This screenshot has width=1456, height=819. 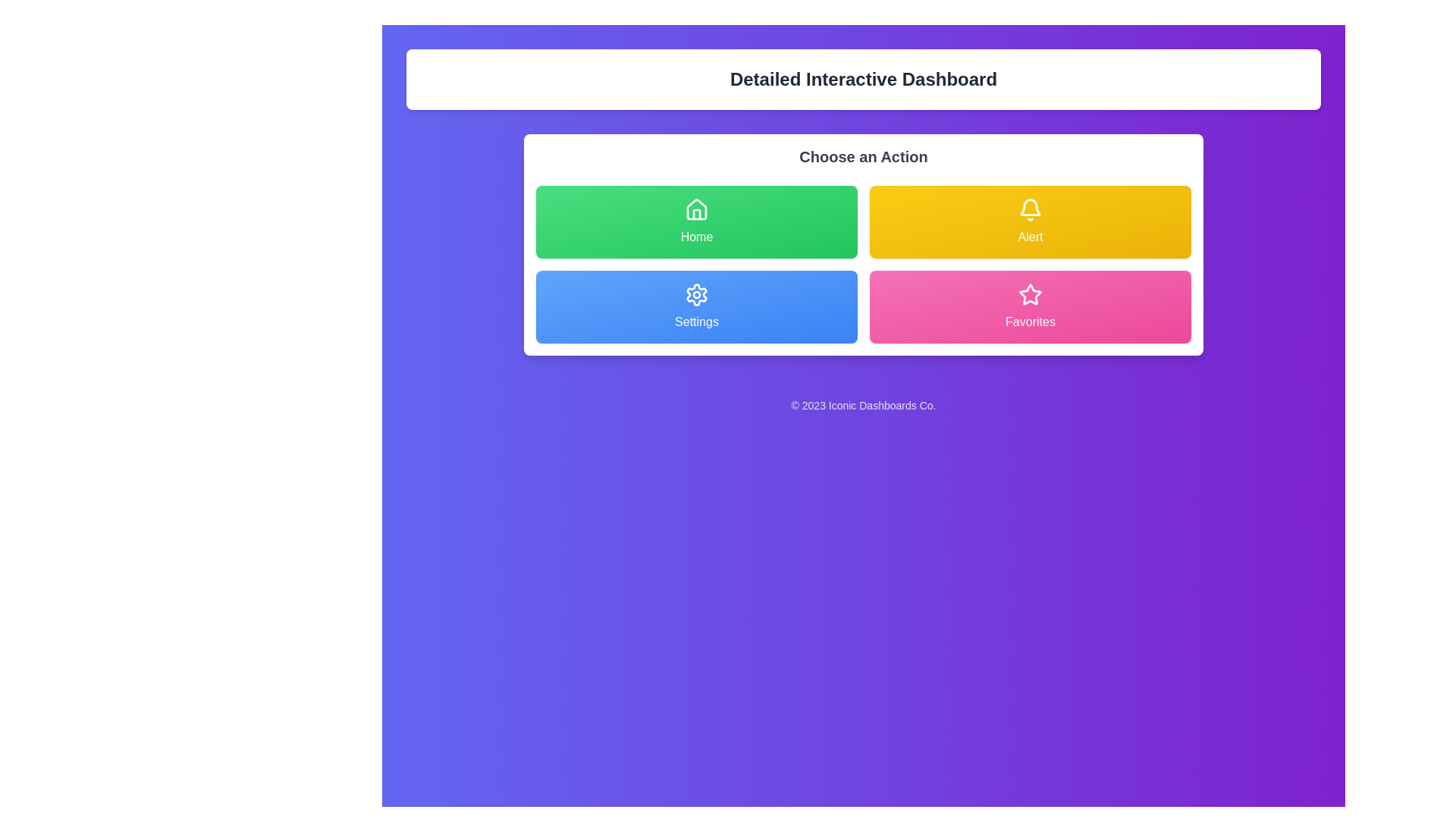 What do you see at coordinates (1030, 237) in the screenshot?
I see `text label 'Alert' located on the yellow button in the top-right section of the options grid, which is centered below a bell icon` at bounding box center [1030, 237].